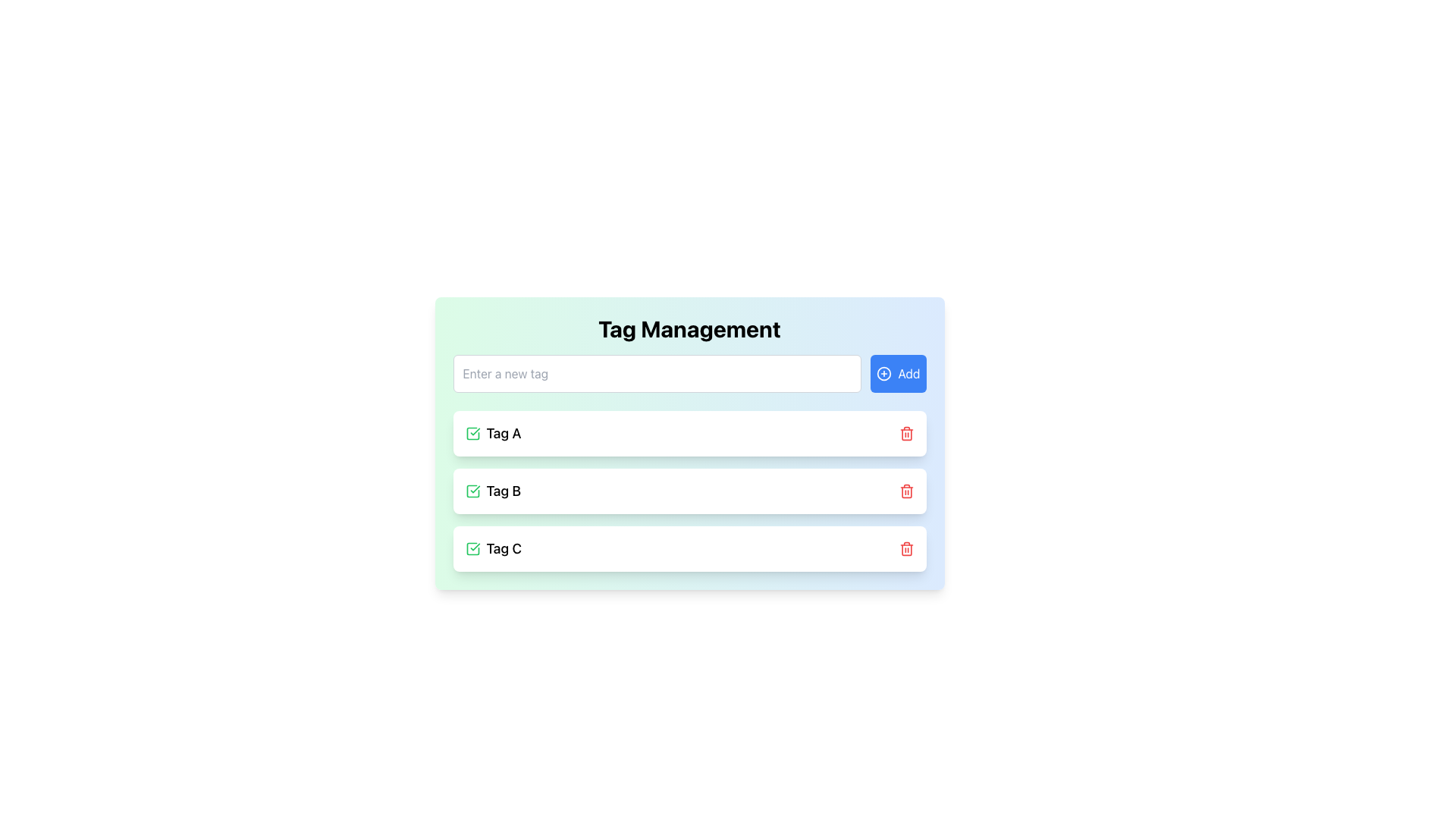 The width and height of the screenshot is (1456, 819). Describe the element at coordinates (906, 549) in the screenshot. I see `the red trash icon located at the end of the row labeled 'Tag C'` at that location.